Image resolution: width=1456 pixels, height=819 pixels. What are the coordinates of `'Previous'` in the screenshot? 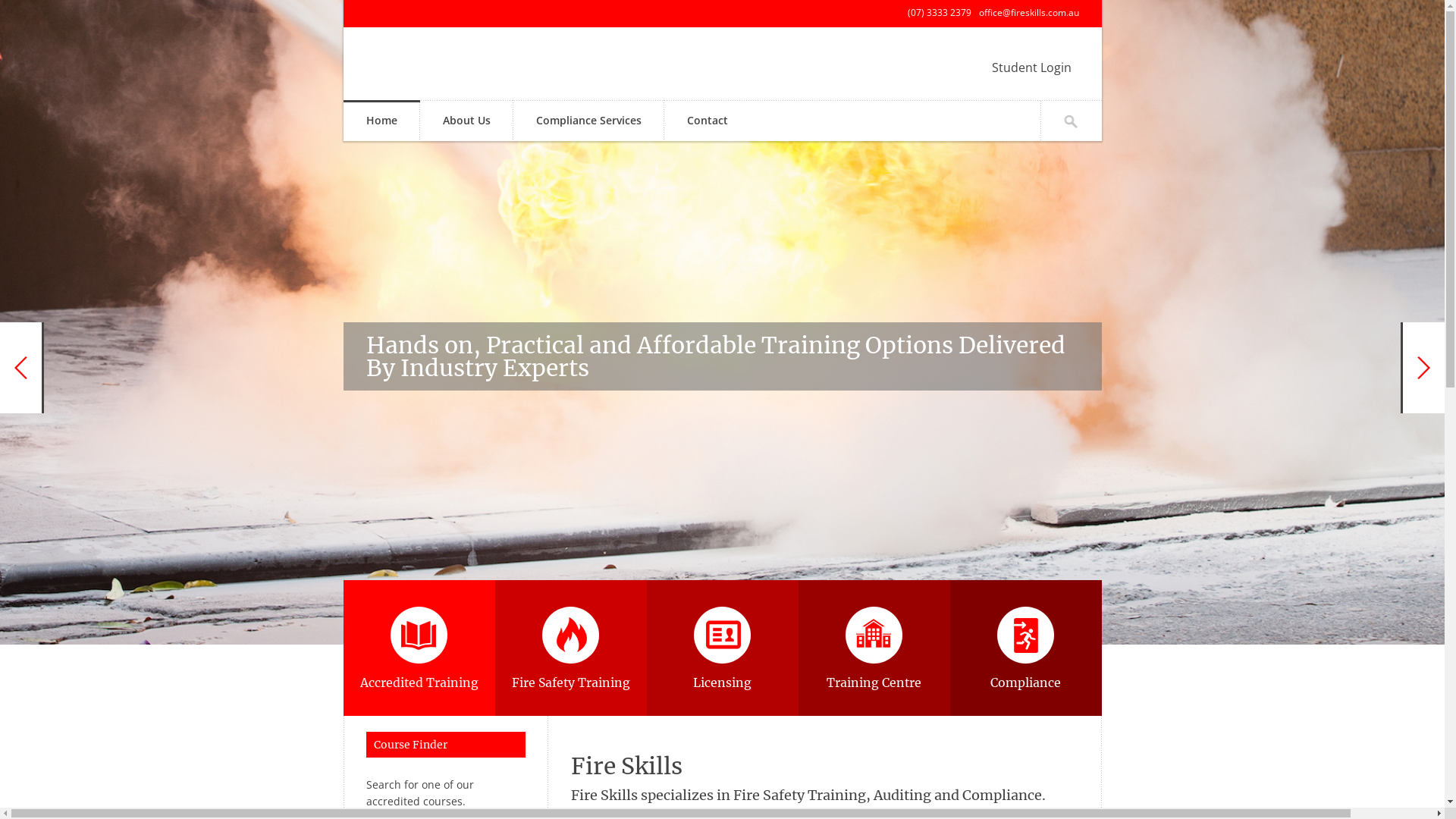 It's located at (21, 368).